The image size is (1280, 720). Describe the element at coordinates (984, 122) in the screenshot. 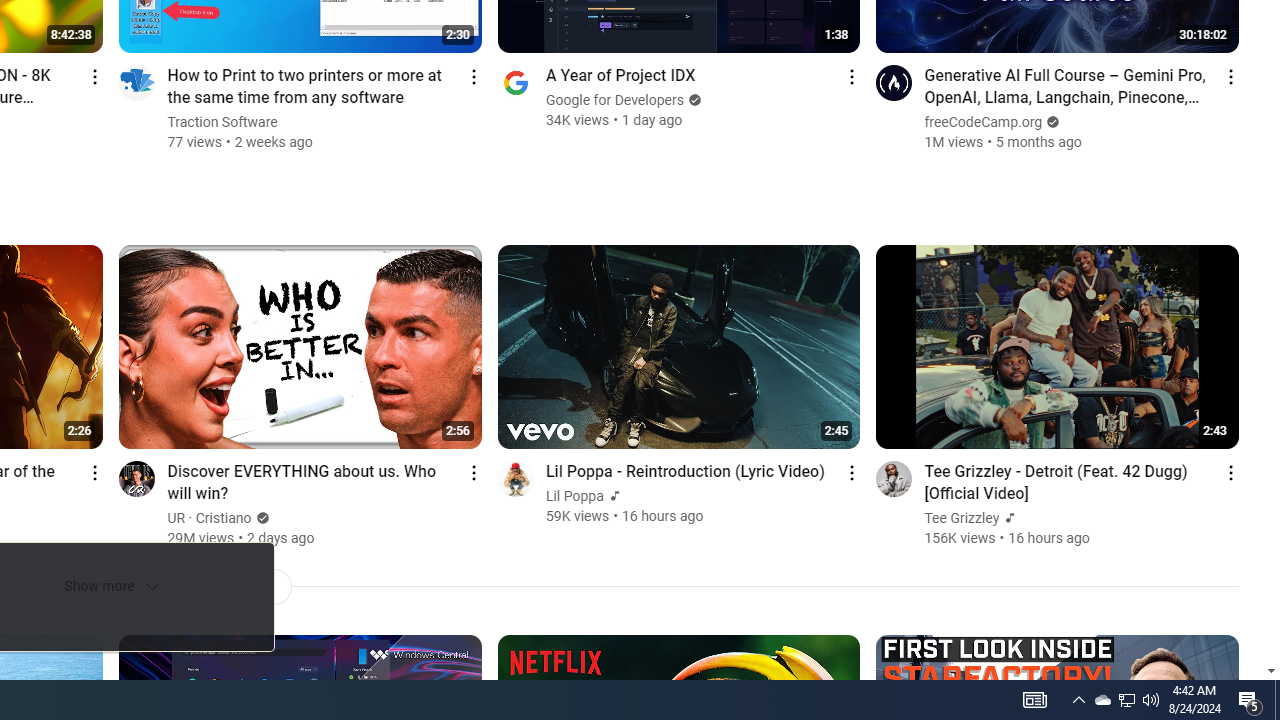

I see `'freeCodeCamp.org'` at that location.